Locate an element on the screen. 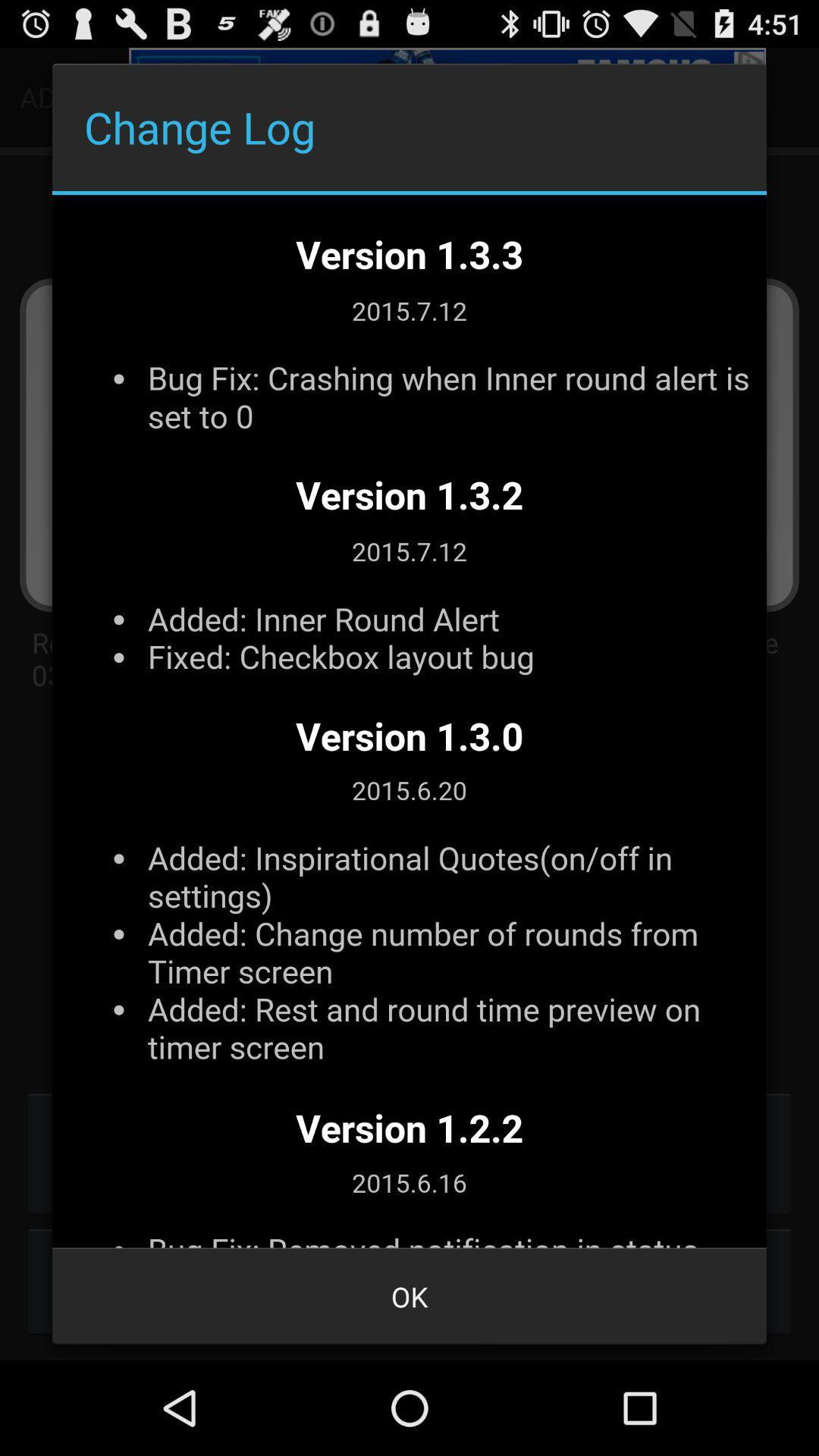 Image resolution: width=819 pixels, height=1456 pixels. advertisement page is located at coordinates (409, 720).